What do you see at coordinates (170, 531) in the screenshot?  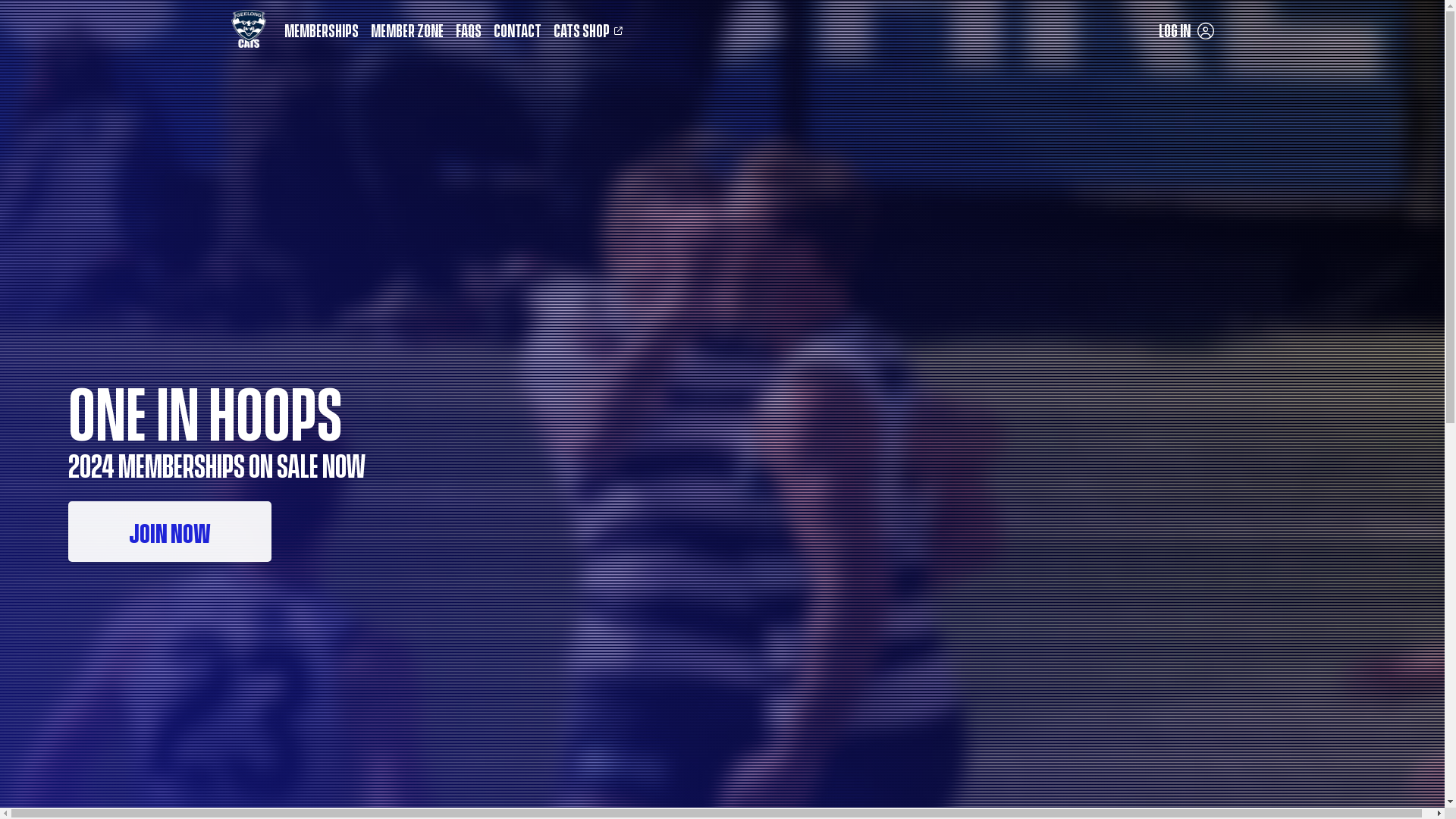 I see `'JOIN NOW'` at bounding box center [170, 531].